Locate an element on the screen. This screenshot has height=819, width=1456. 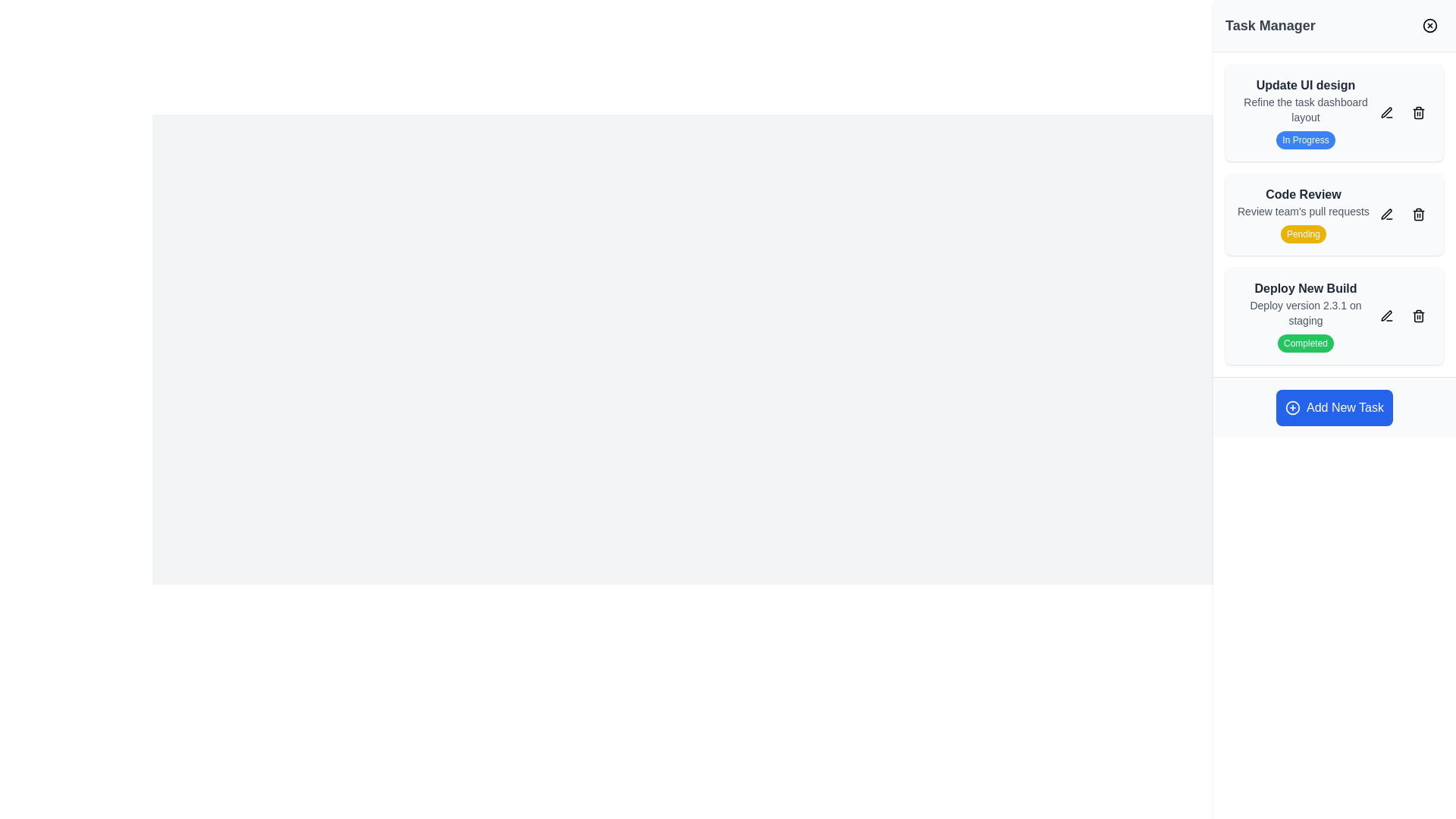
the trash icon in the Task Manager sidebar, located in the top-right corner of the 'Update UI design' card is located at coordinates (1418, 112).